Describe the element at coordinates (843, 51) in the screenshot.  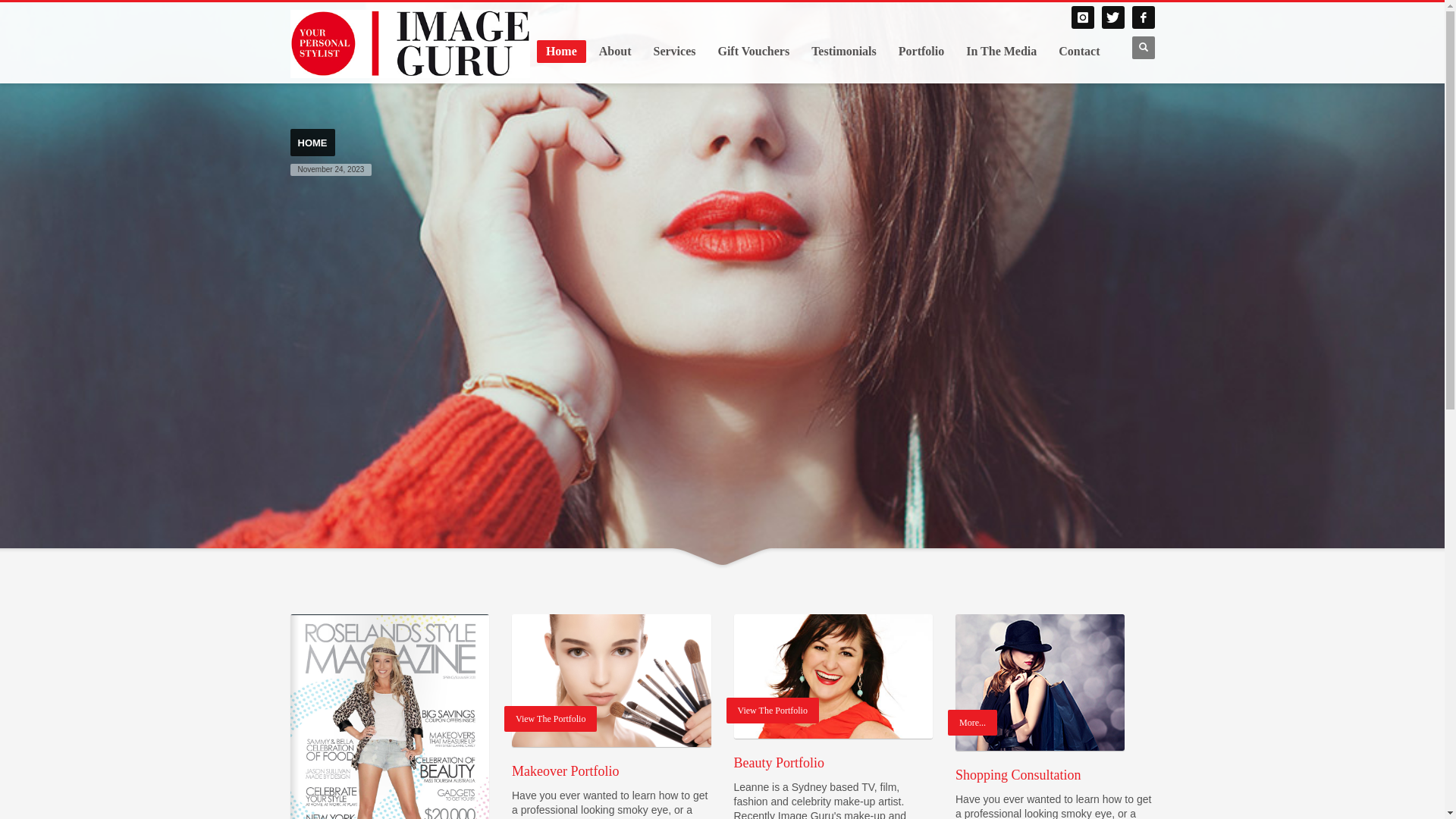
I see `'Testimonials'` at that location.